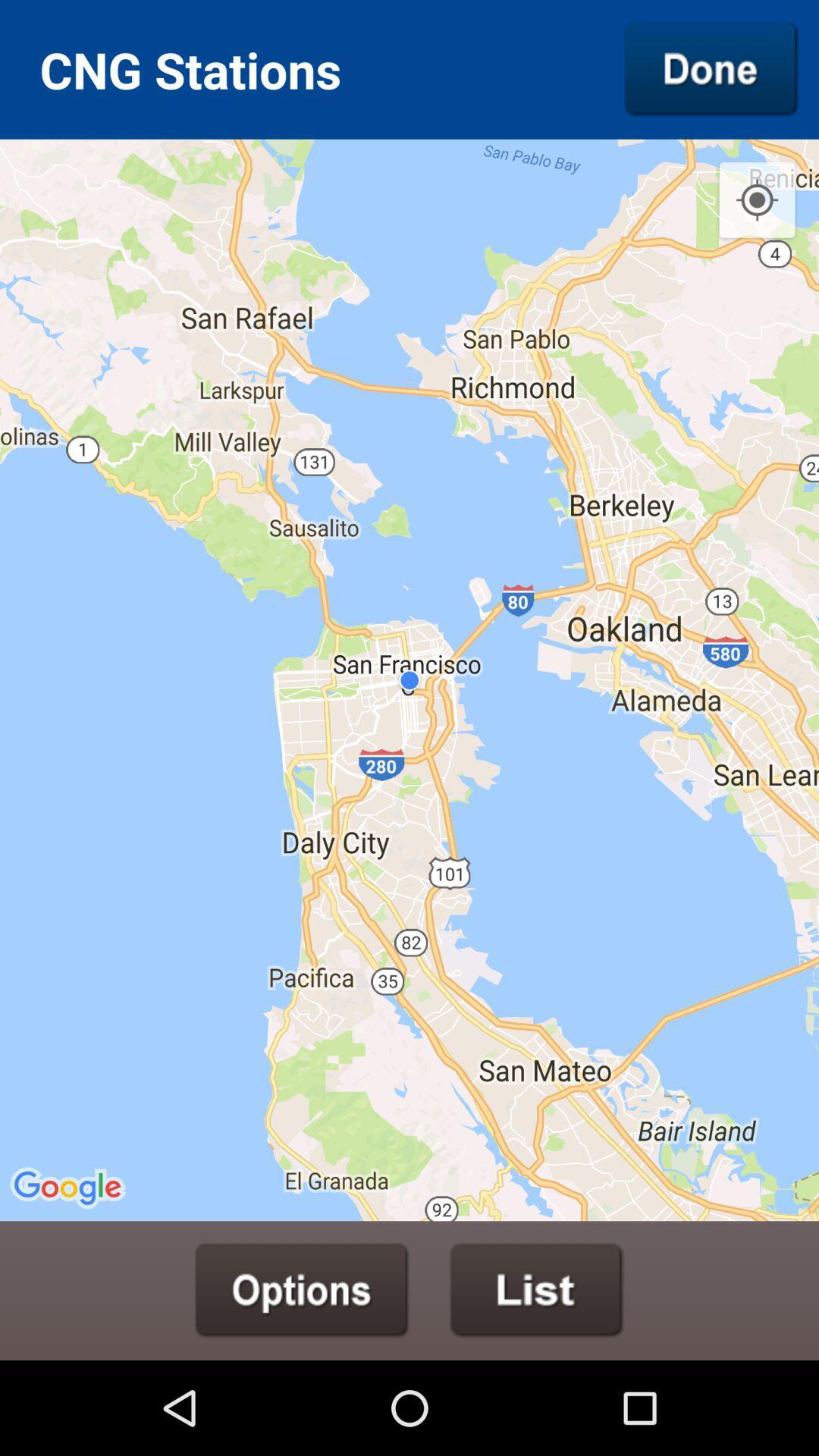  What do you see at coordinates (302, 1289) in the screenshot?
I see `button text` at bounding box center [302, 1289].